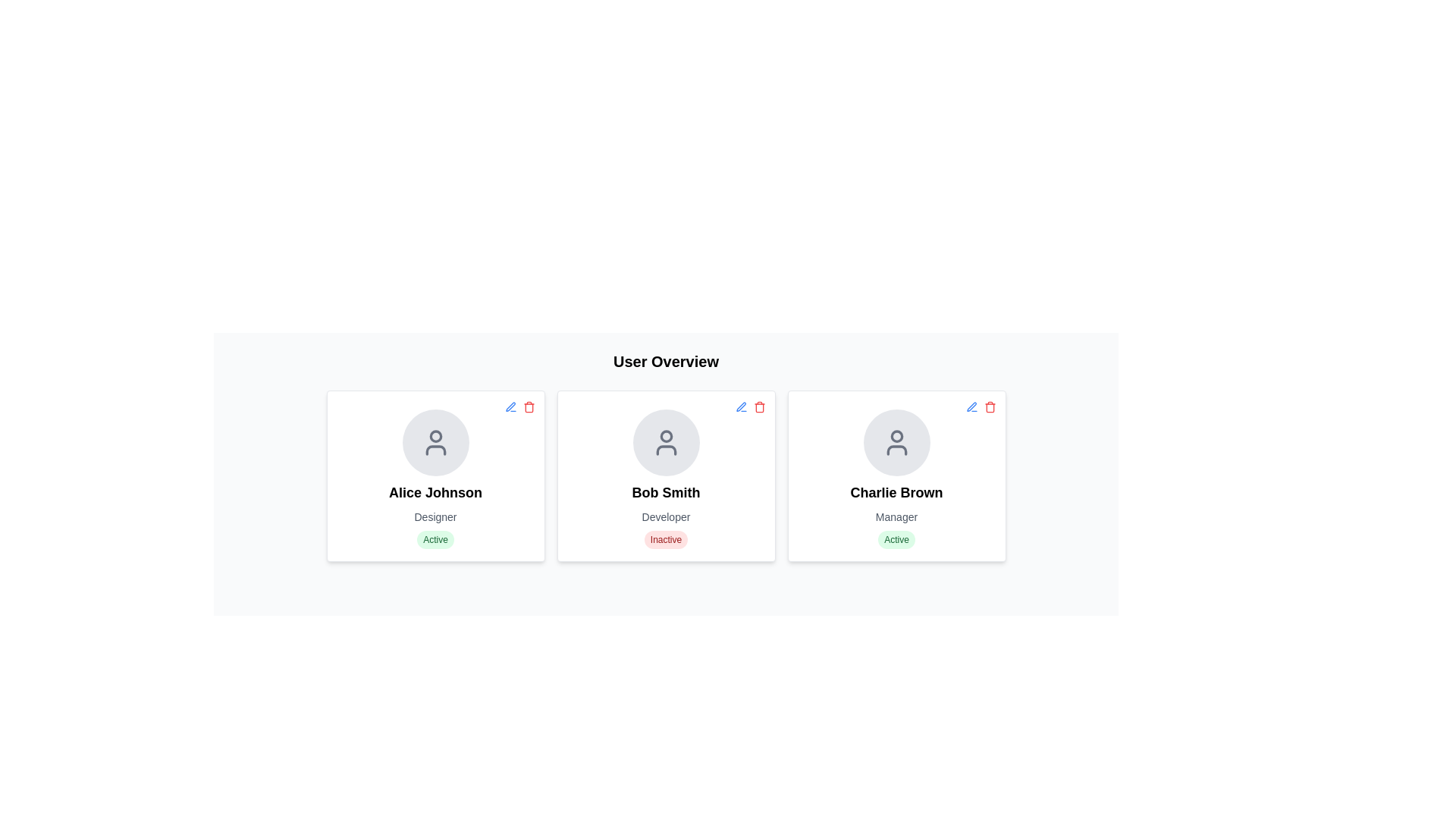 The image size is (1456, 819). What do you see at coordinates (666, 516) in the screenshot?
I see `the occupation descriptor text element located beneath the name 'Bob Smith' and above the 'Inactive' indicator` at bounding box center [666, 516].